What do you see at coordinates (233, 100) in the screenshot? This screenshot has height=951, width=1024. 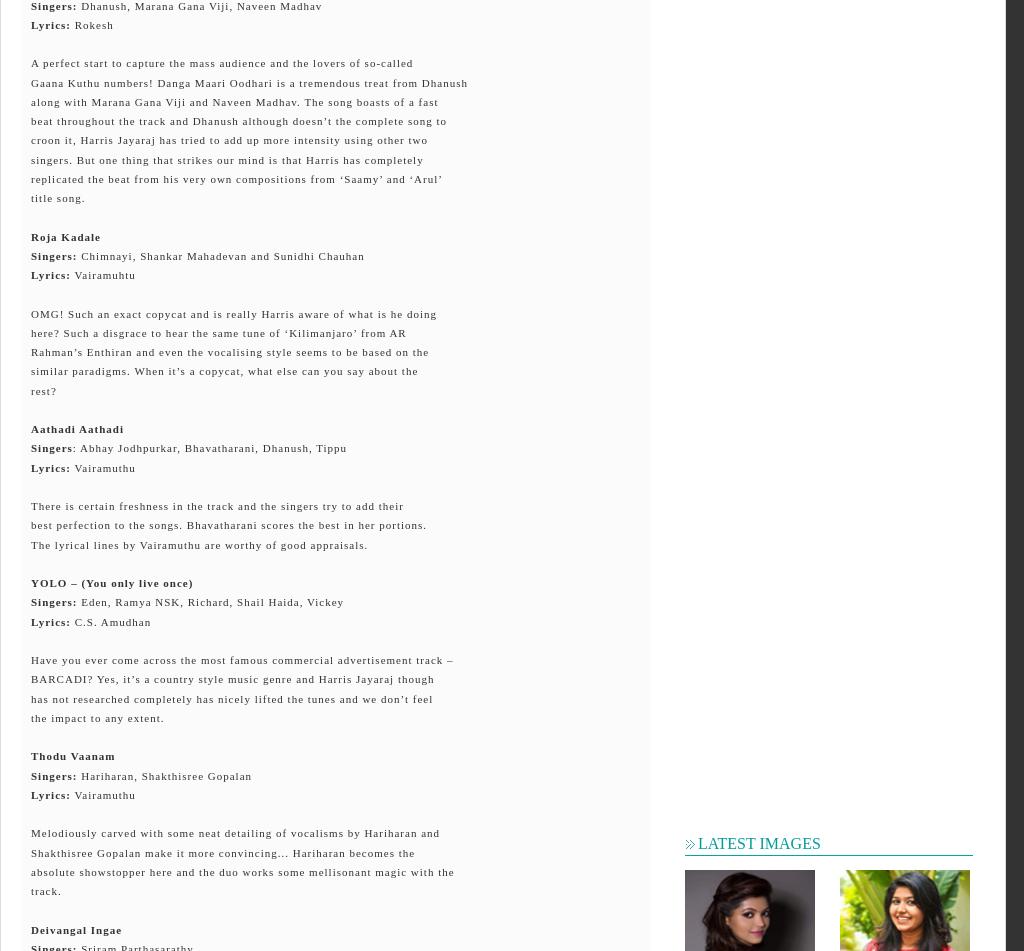 I see `'along with Marana Gana Viji and Naveen Madhav. The song boasts of a fast'` at bounding box center [233, 100].